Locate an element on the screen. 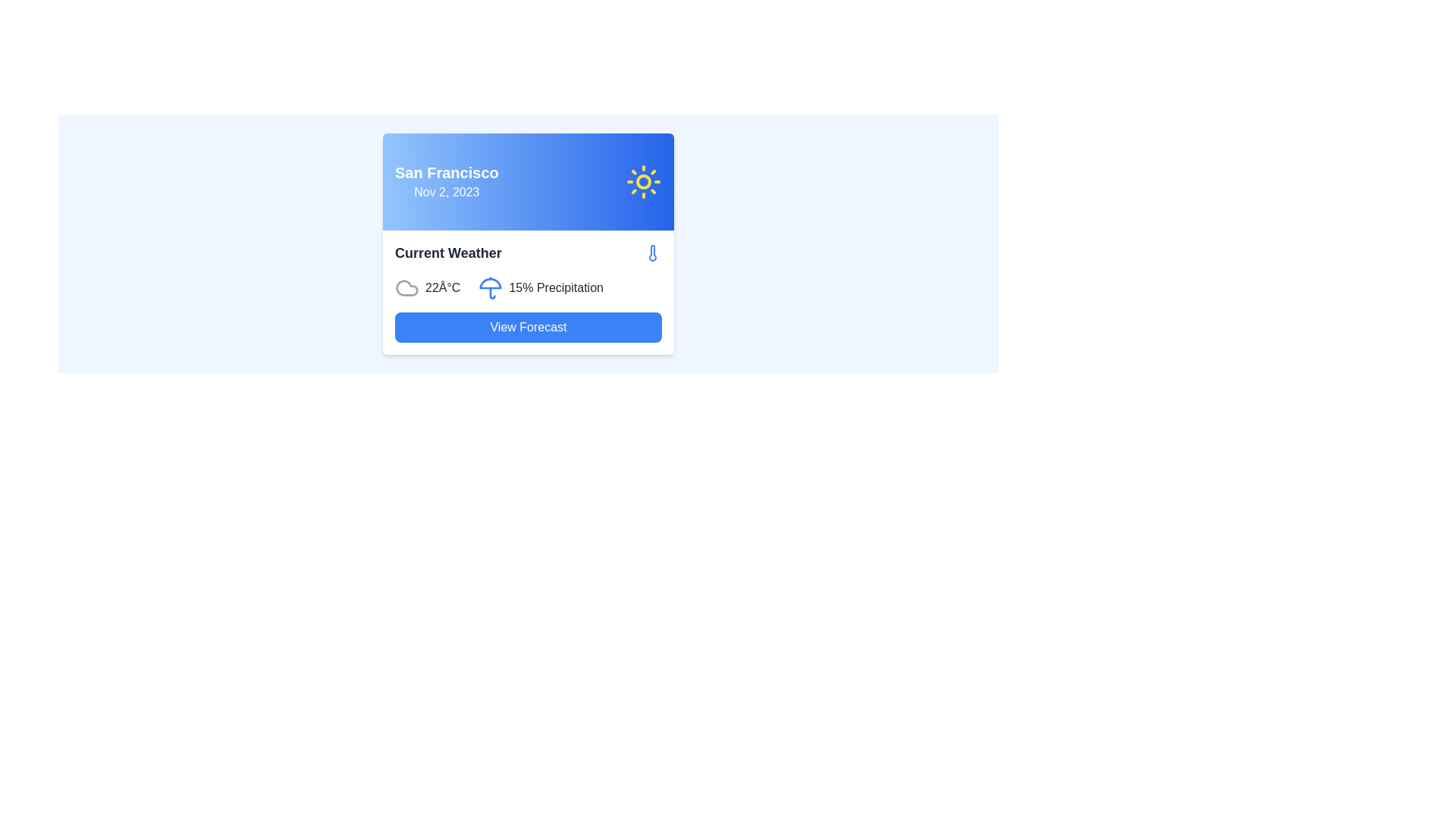 Image resolution: width=1456 pixels, height=819 pixels. displayed temperature from the Text with Icon element located in the top-left section of the weather card interface, under the 'Current Weather' heading is located at coordinates (427, 288).